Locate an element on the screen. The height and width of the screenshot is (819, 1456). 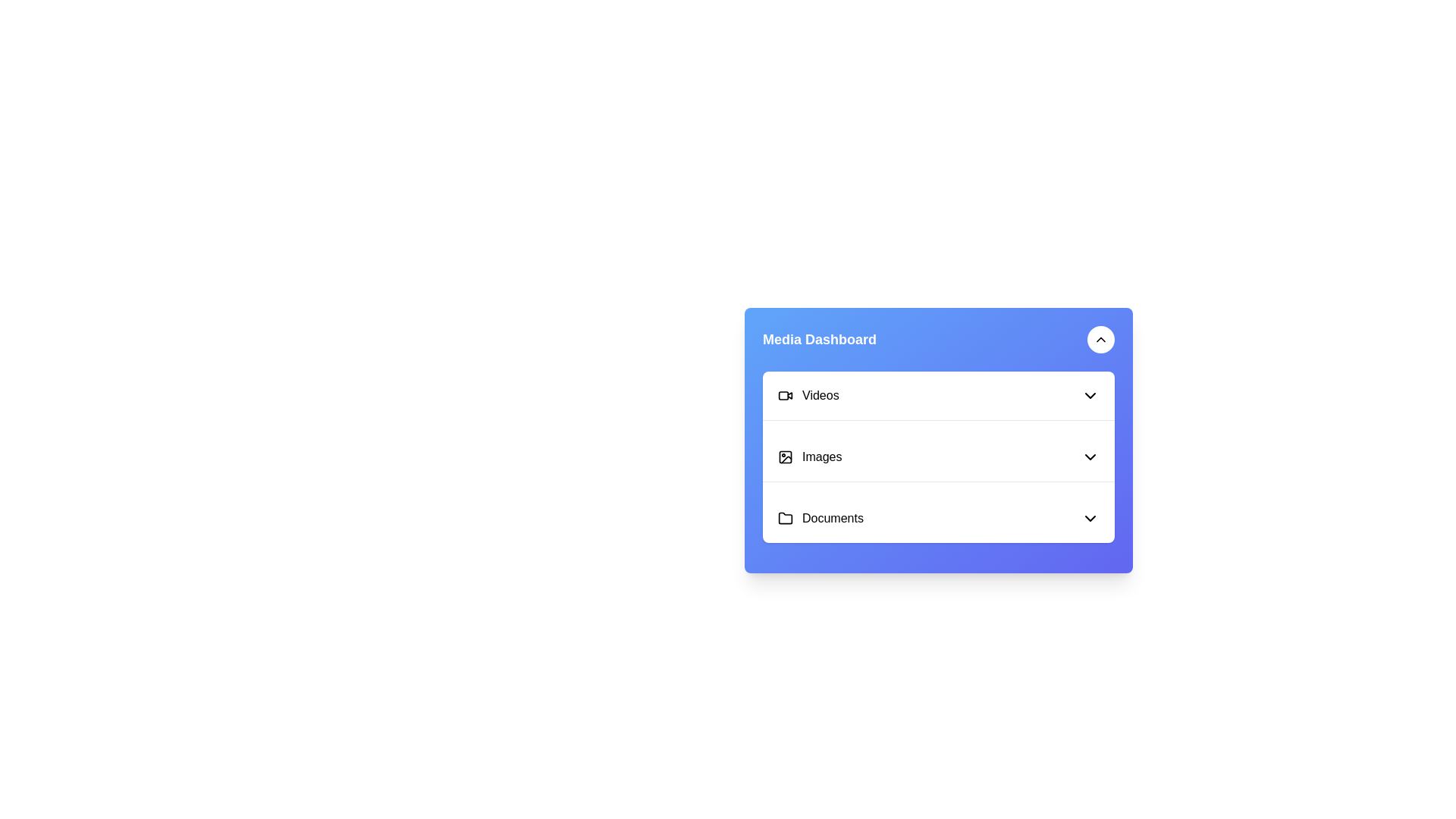
the 'Documents' icon located to the left of the text 'Documents' in the third row of the vertical list within the 'Media Dashboard' card component is located at coordinates (786, 517).